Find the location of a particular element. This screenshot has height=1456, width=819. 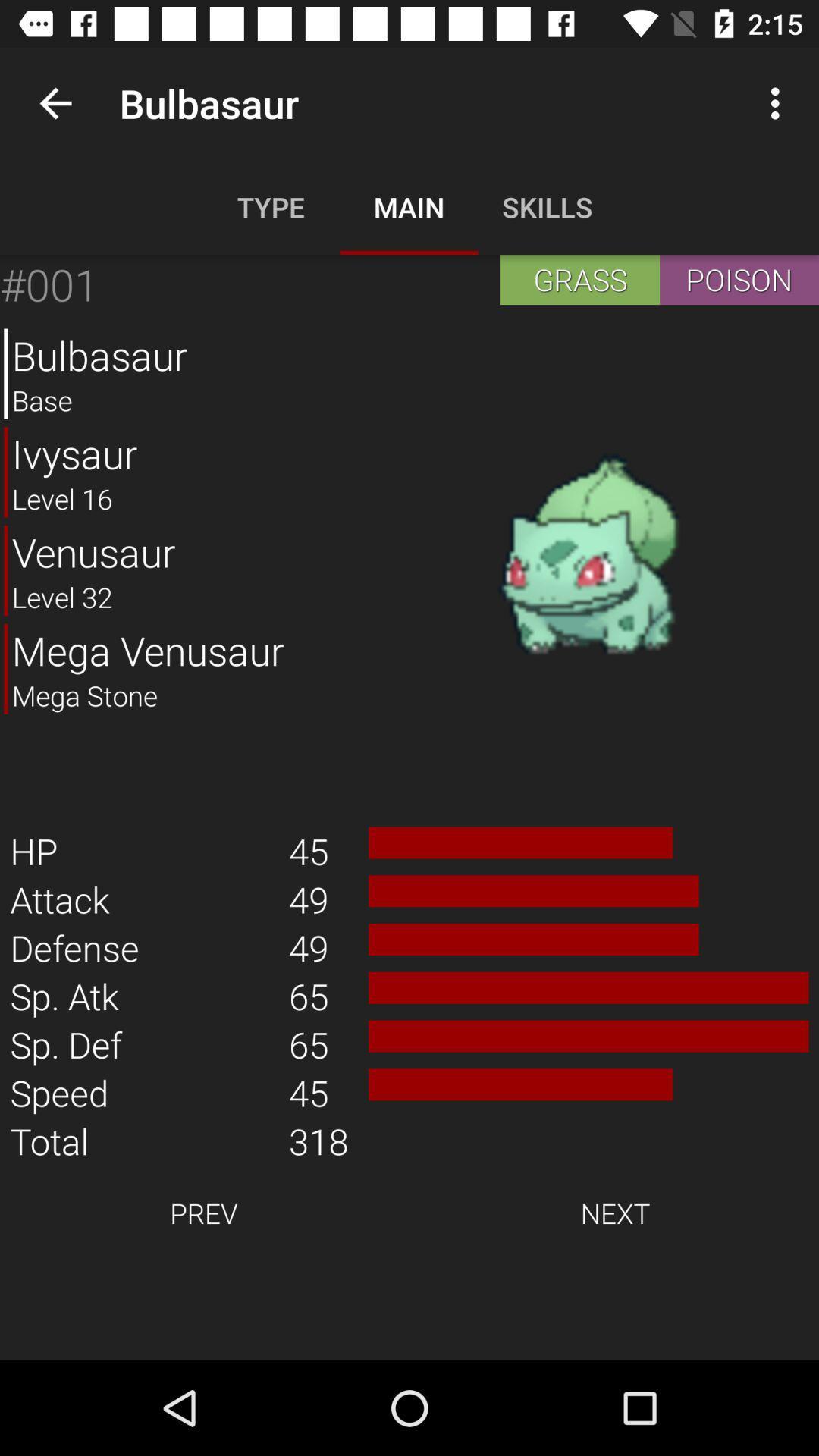

the icon next to the bulbasaur icon is located at coordinates (55, 102).